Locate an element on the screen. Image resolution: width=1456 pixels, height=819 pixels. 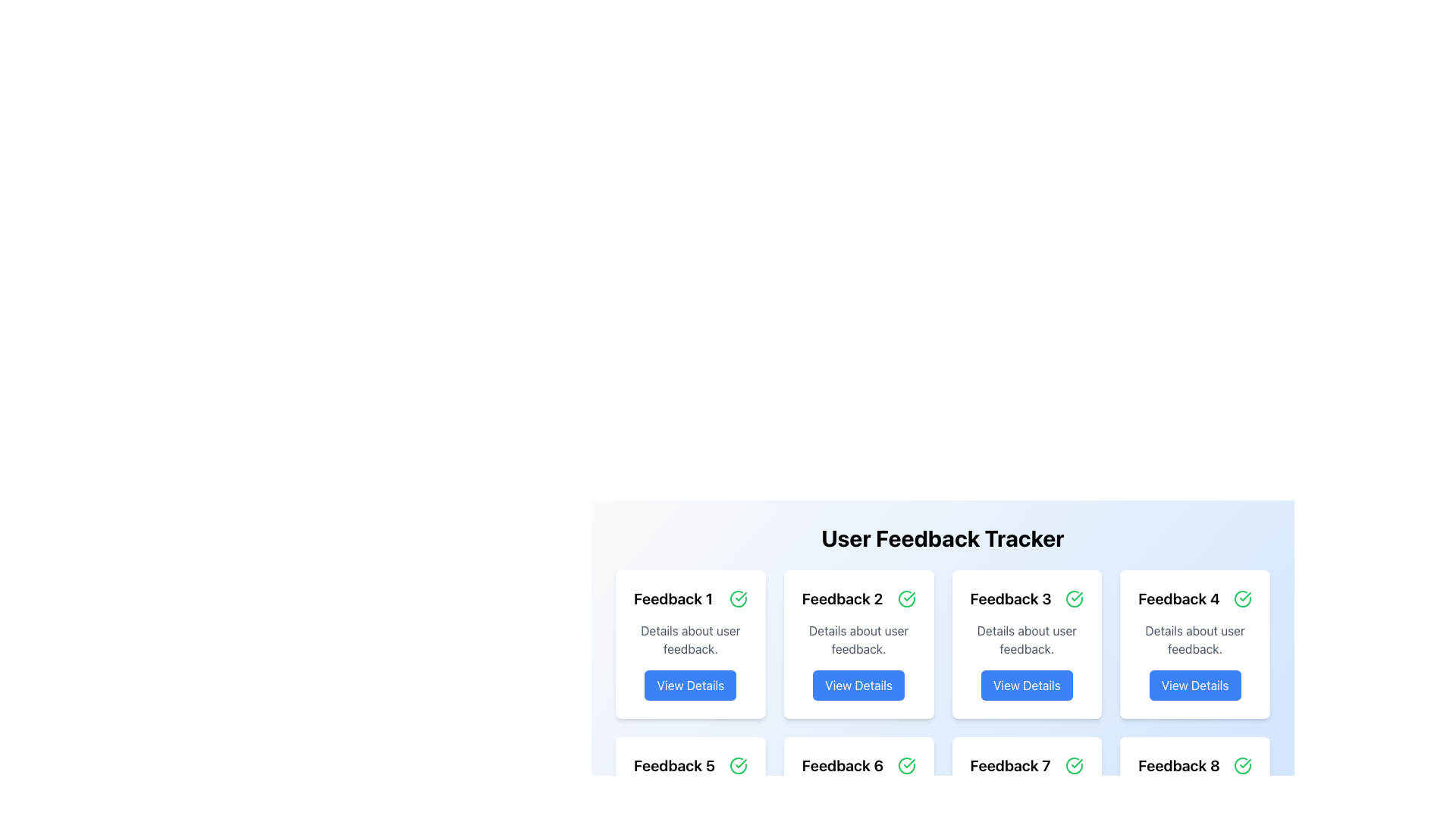
the text label displaying 'Feedback 8' located in the bottom-right corner of the grid layout, adjacent to the green check icon is located at coordinates (1178, 766).